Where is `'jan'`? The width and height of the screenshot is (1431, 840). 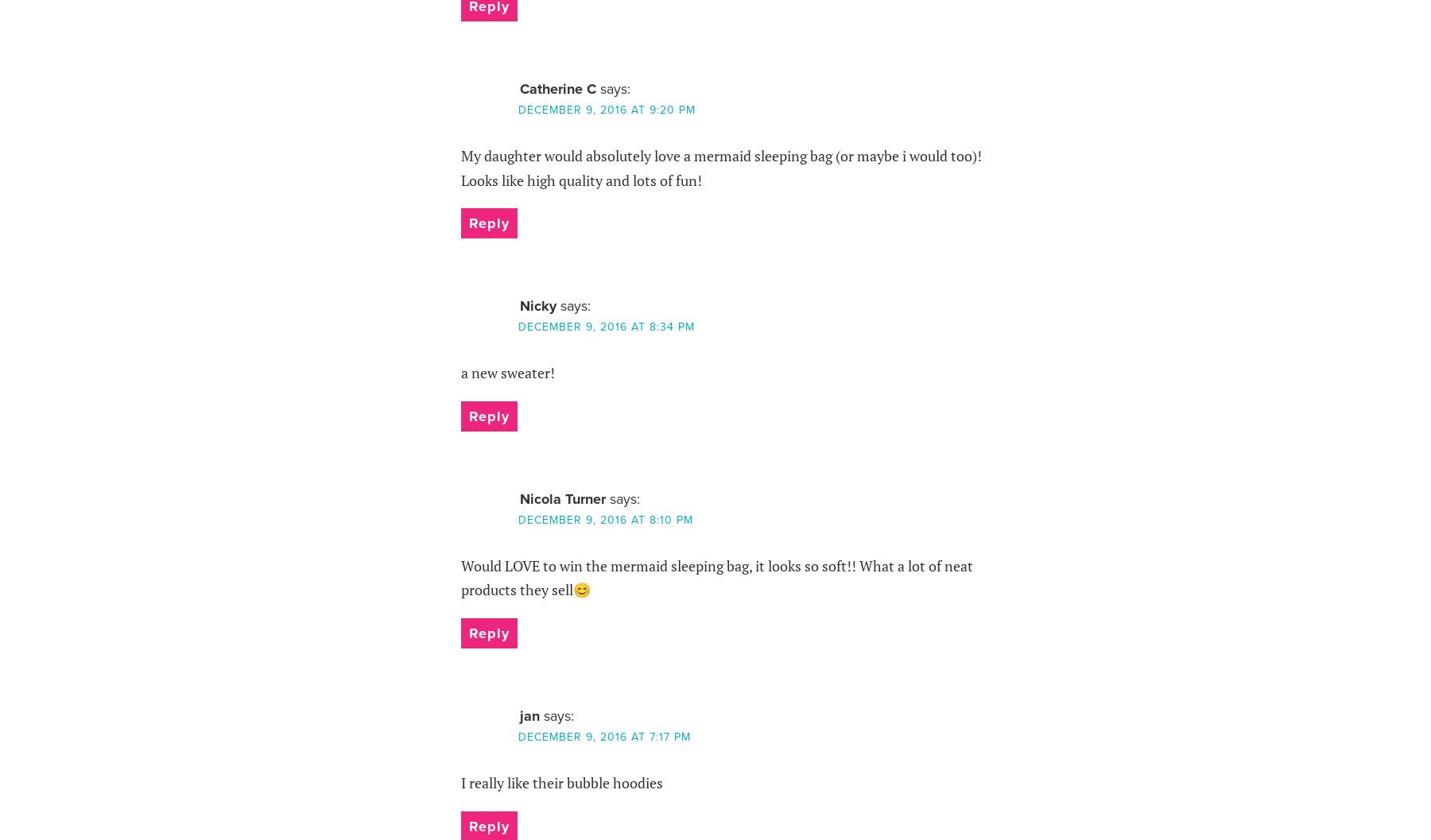 'jan' is located at coordinates (529, 714).